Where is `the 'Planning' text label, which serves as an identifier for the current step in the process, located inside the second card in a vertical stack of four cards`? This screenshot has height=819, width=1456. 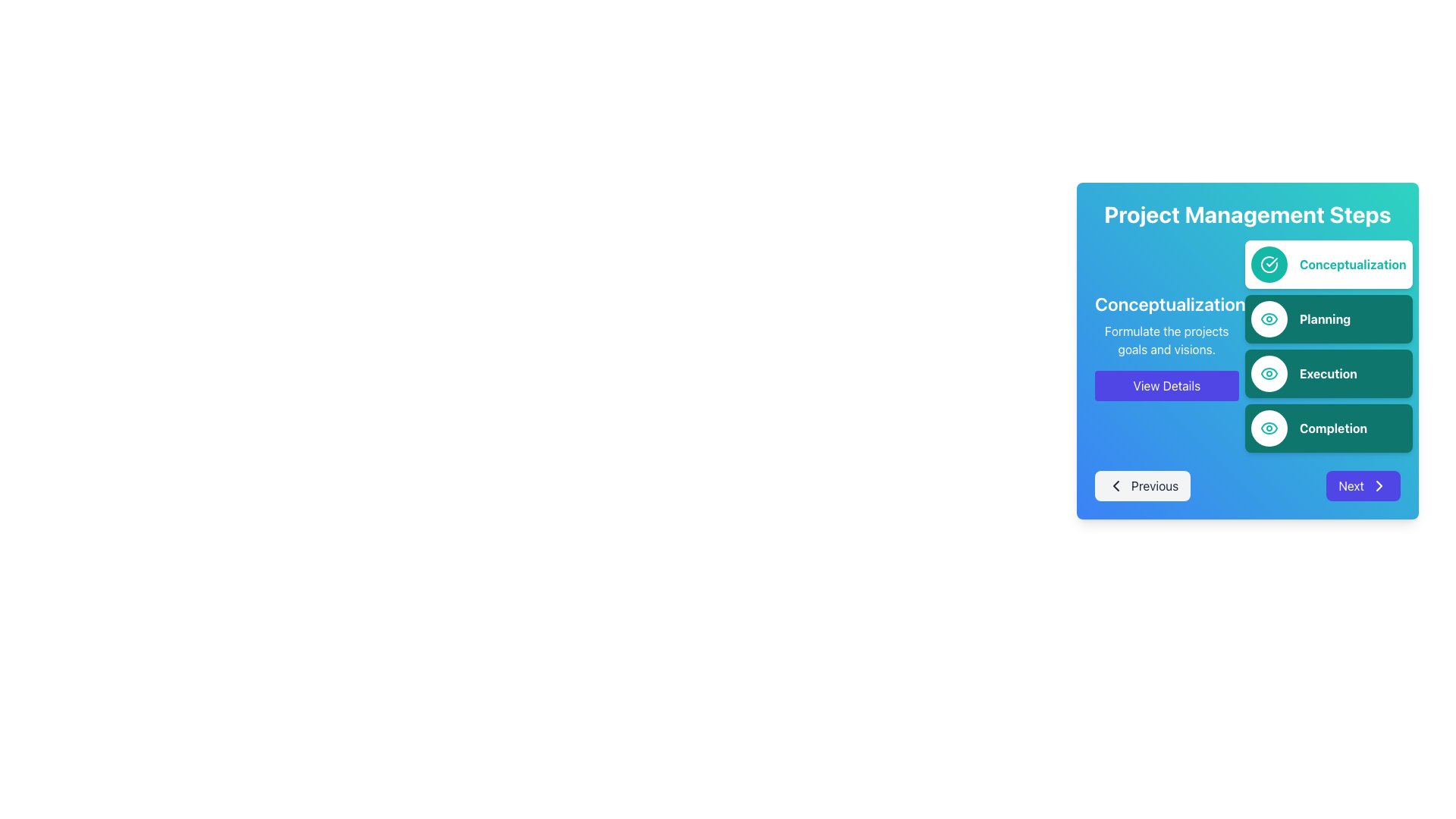
the 'Planning' text label, which serves as an identifier for the current step in the process, located inside the second card in a vertical stack of four cards is located at coordinates (1324, 318).